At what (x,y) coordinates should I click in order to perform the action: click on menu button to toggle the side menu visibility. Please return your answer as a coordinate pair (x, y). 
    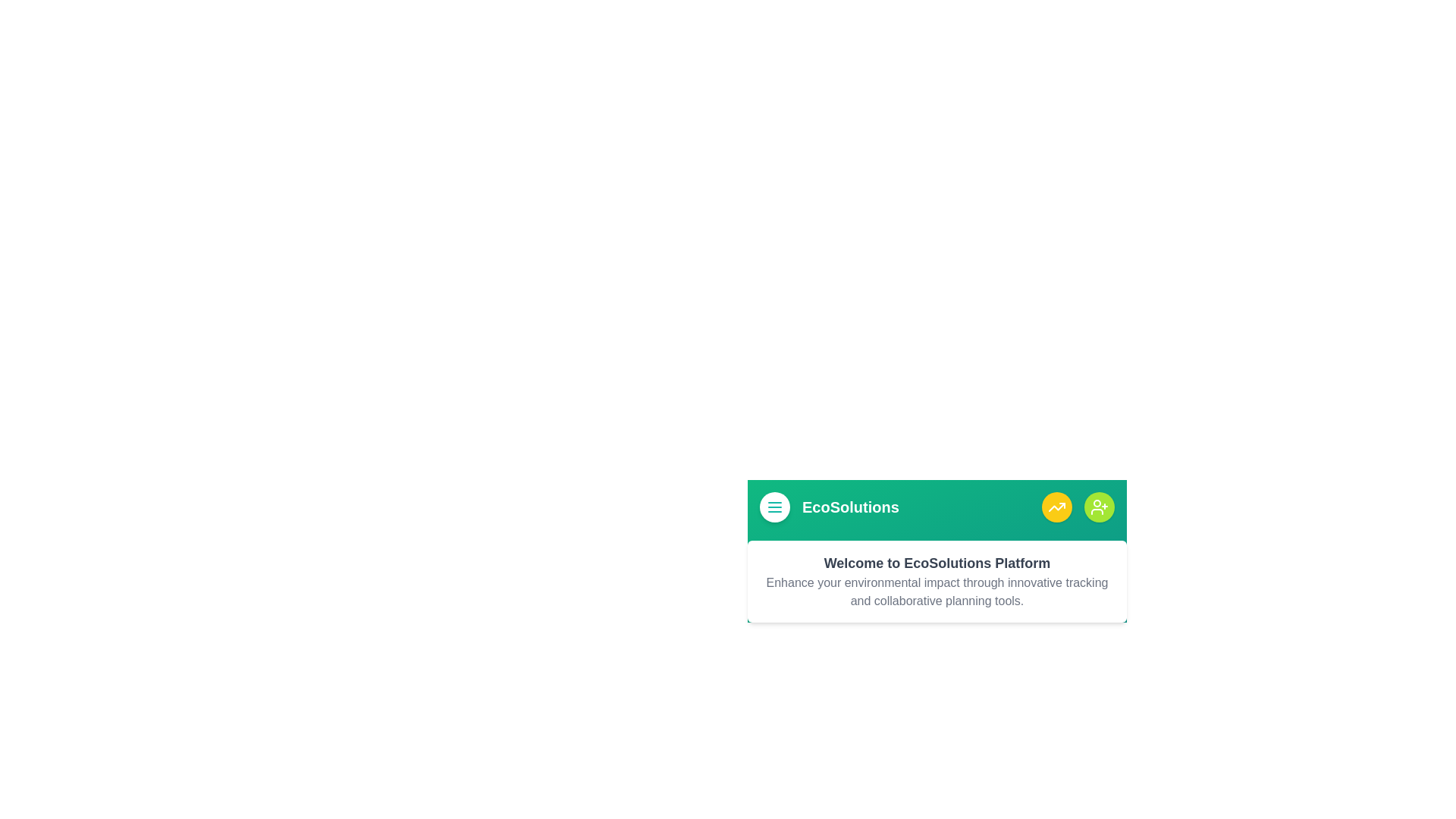
    Looking at the image, I should click on (775, 507).